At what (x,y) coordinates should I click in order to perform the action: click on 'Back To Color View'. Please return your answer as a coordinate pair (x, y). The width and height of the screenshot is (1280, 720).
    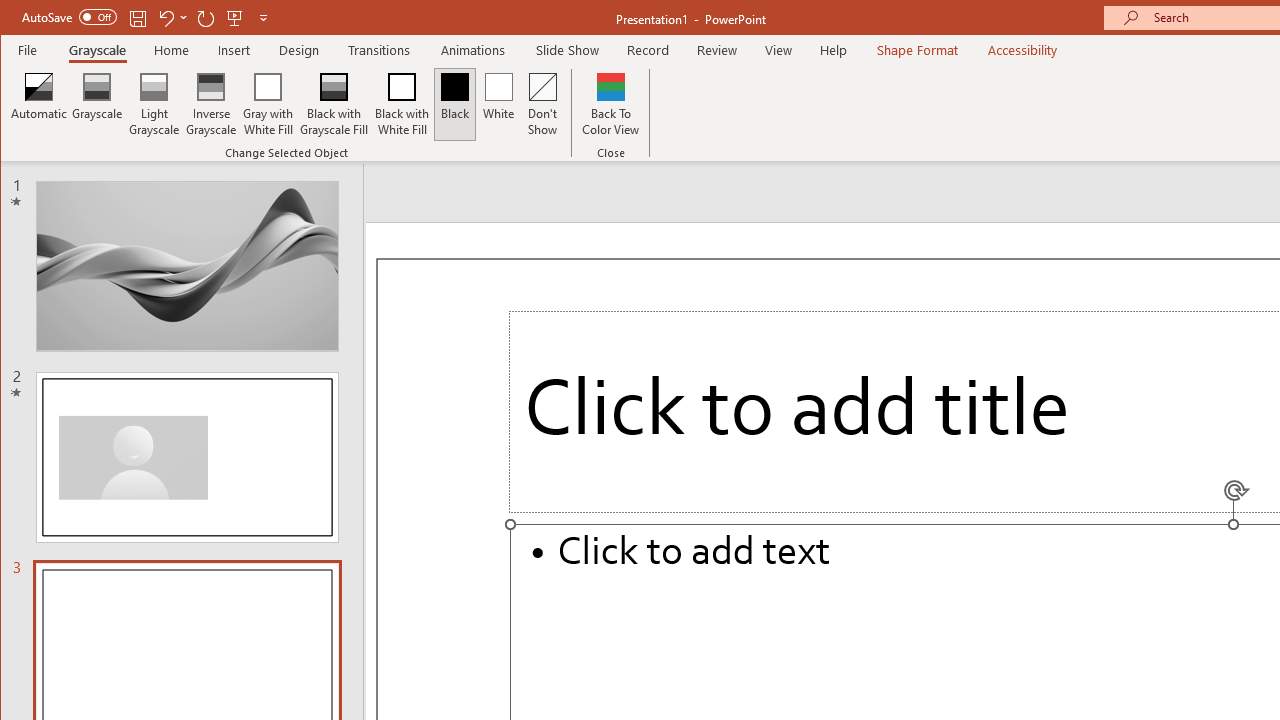
    Looking at the image, I should click on (610, 104).